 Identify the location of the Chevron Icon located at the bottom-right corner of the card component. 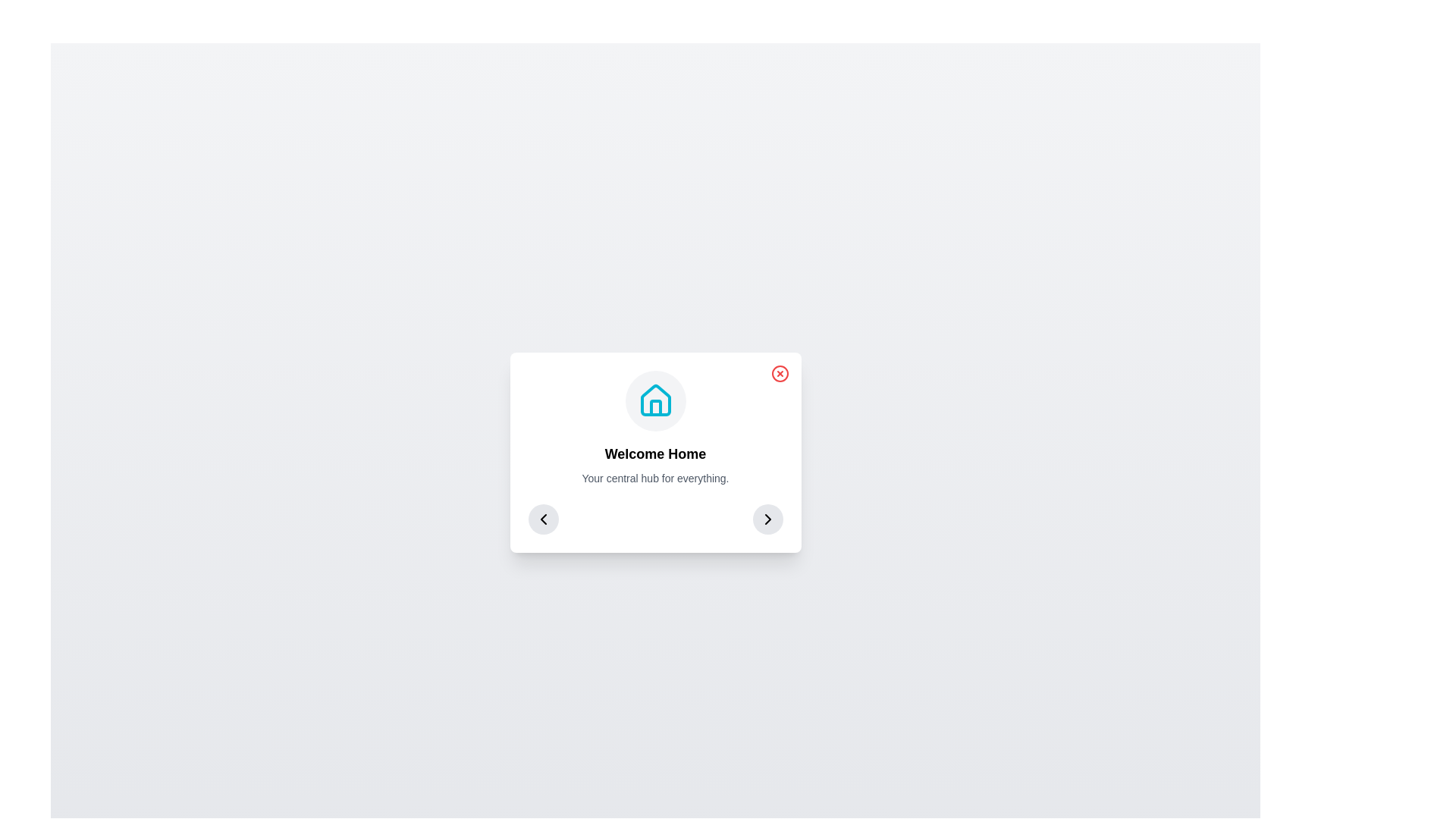
(767, 519).